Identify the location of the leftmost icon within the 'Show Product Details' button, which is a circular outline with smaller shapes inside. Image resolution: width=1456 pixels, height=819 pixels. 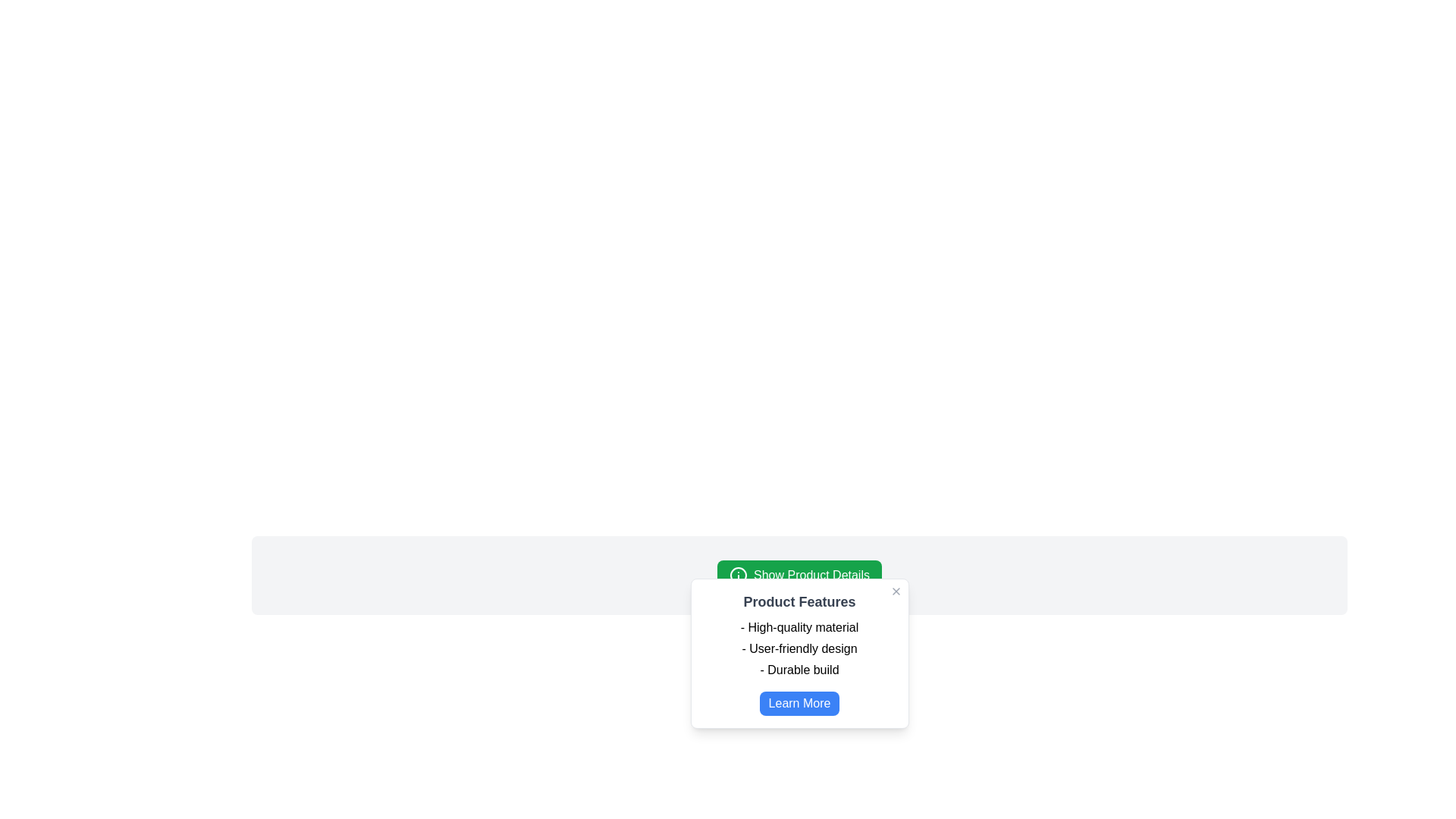
(739, 576).